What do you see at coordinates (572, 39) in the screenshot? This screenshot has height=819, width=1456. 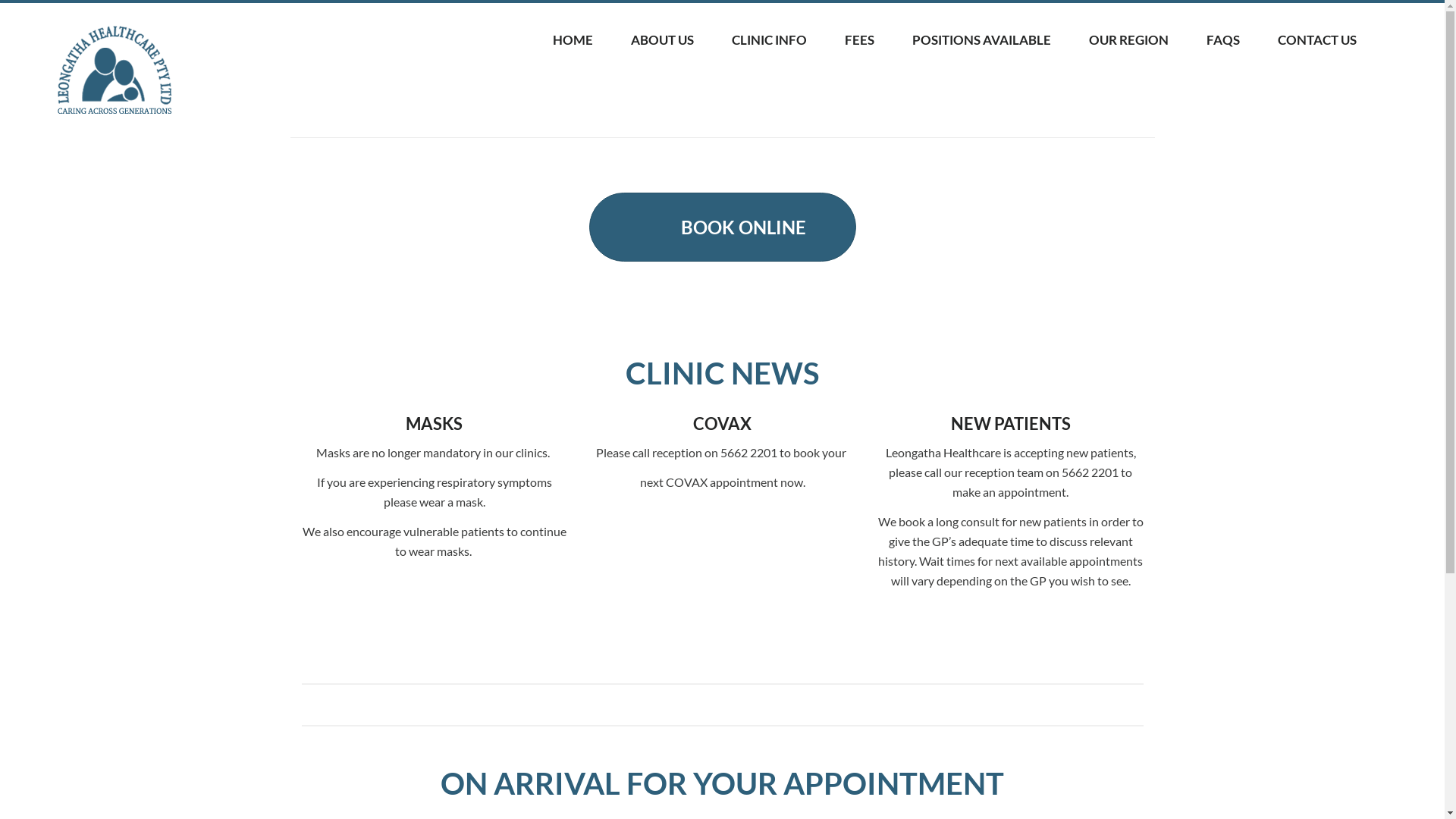 I see `'HOME'` at bounding box center [572, 39].